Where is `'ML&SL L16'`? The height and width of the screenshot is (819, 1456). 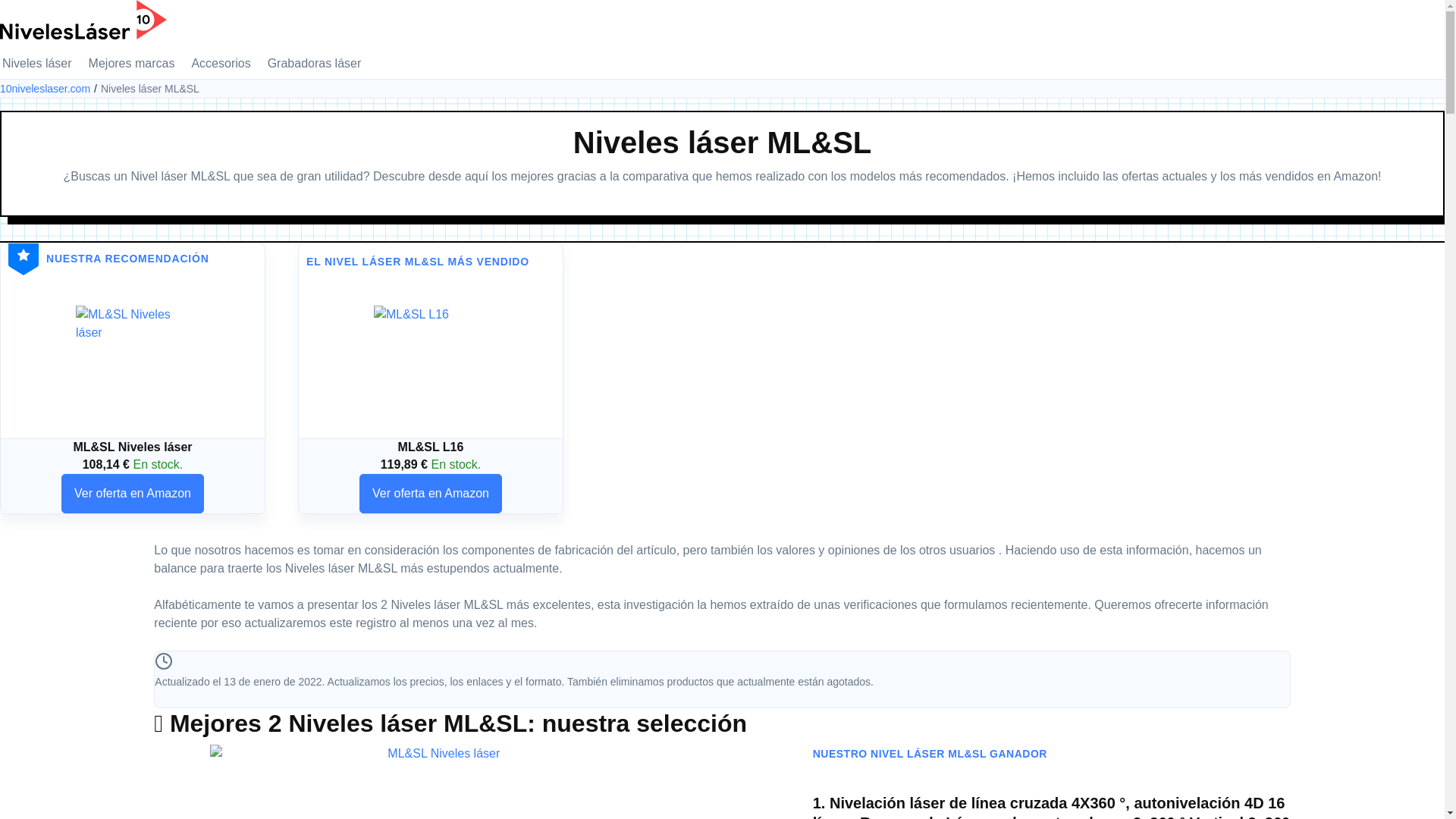 'ML&SL L16' is located at coordinates (429, 362).